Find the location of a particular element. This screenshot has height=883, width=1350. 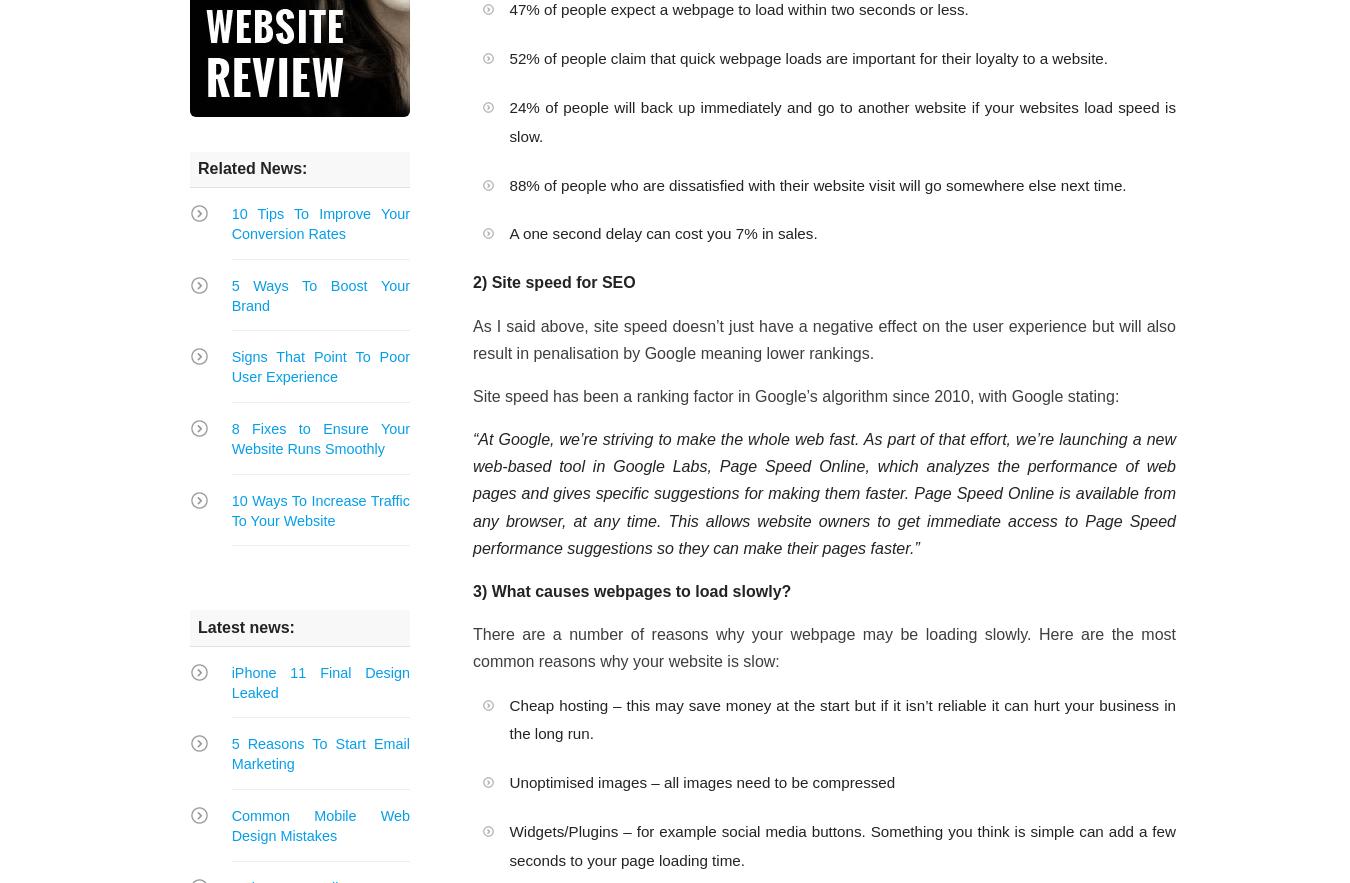

'5 Ways To Boost Your Brand' is located at coordinates (318, 295).